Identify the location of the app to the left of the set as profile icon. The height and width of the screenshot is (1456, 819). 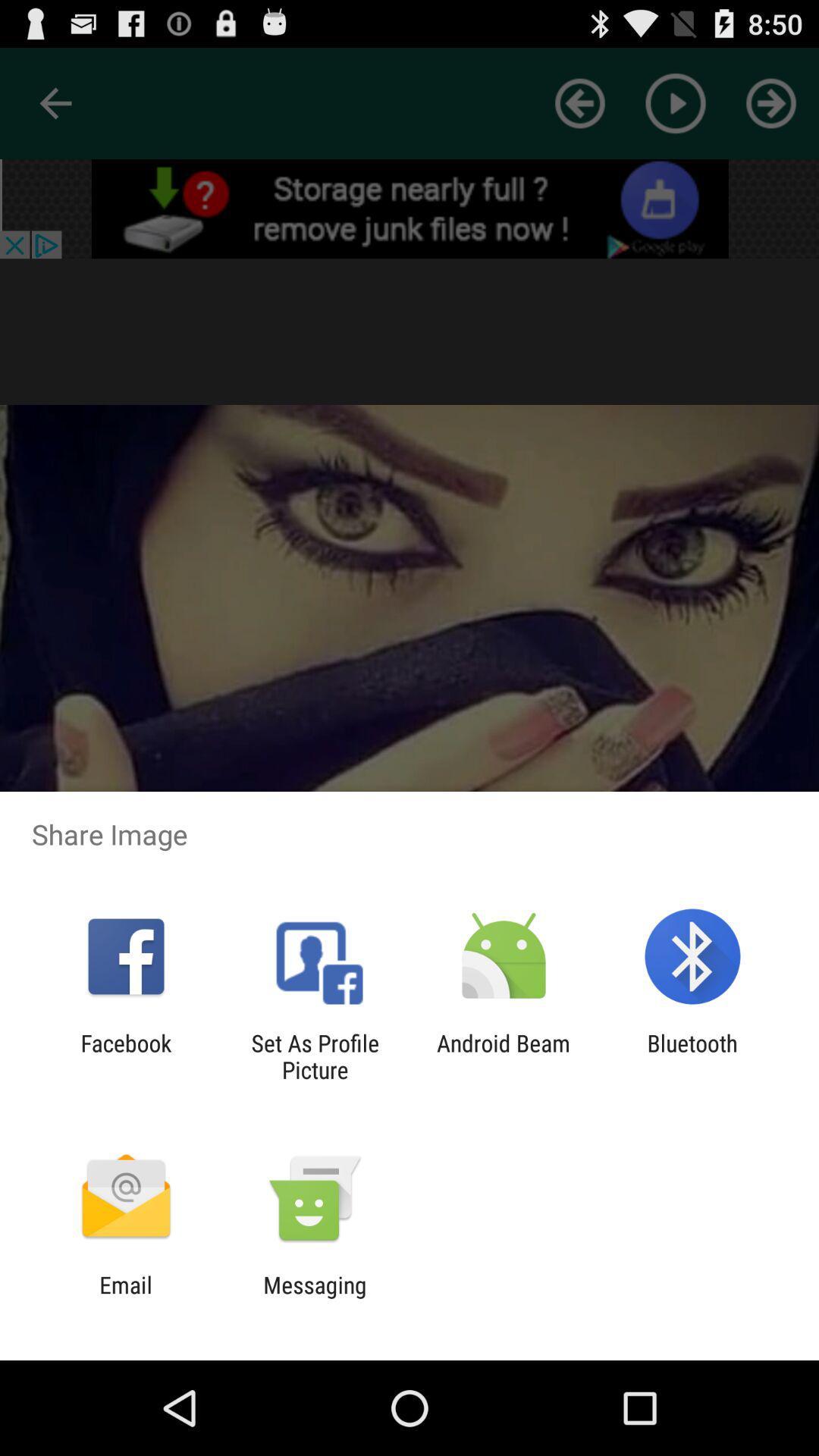
(125, 1056).